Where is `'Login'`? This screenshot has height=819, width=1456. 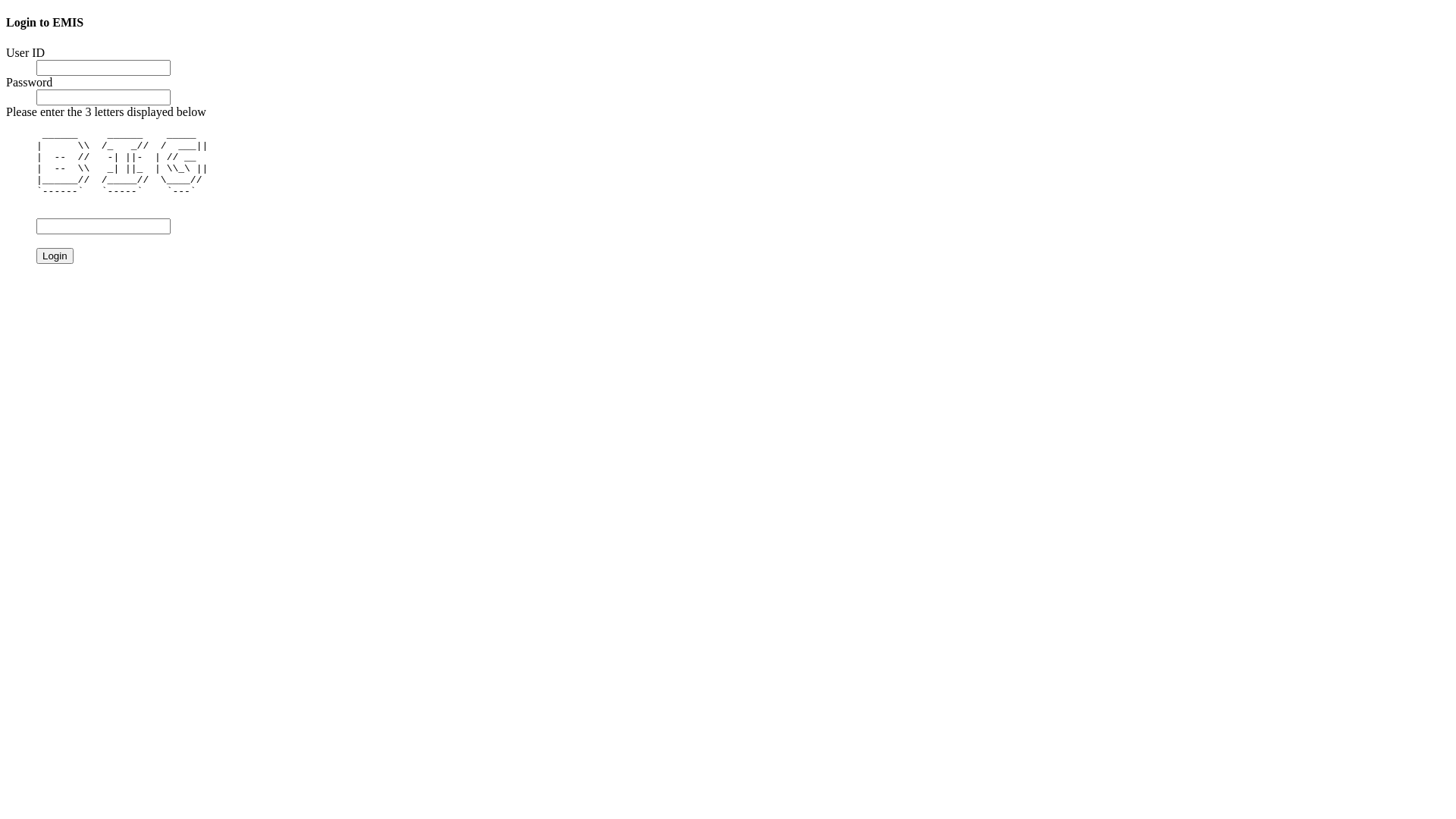
'Login' is located at coordinates (55, 255).